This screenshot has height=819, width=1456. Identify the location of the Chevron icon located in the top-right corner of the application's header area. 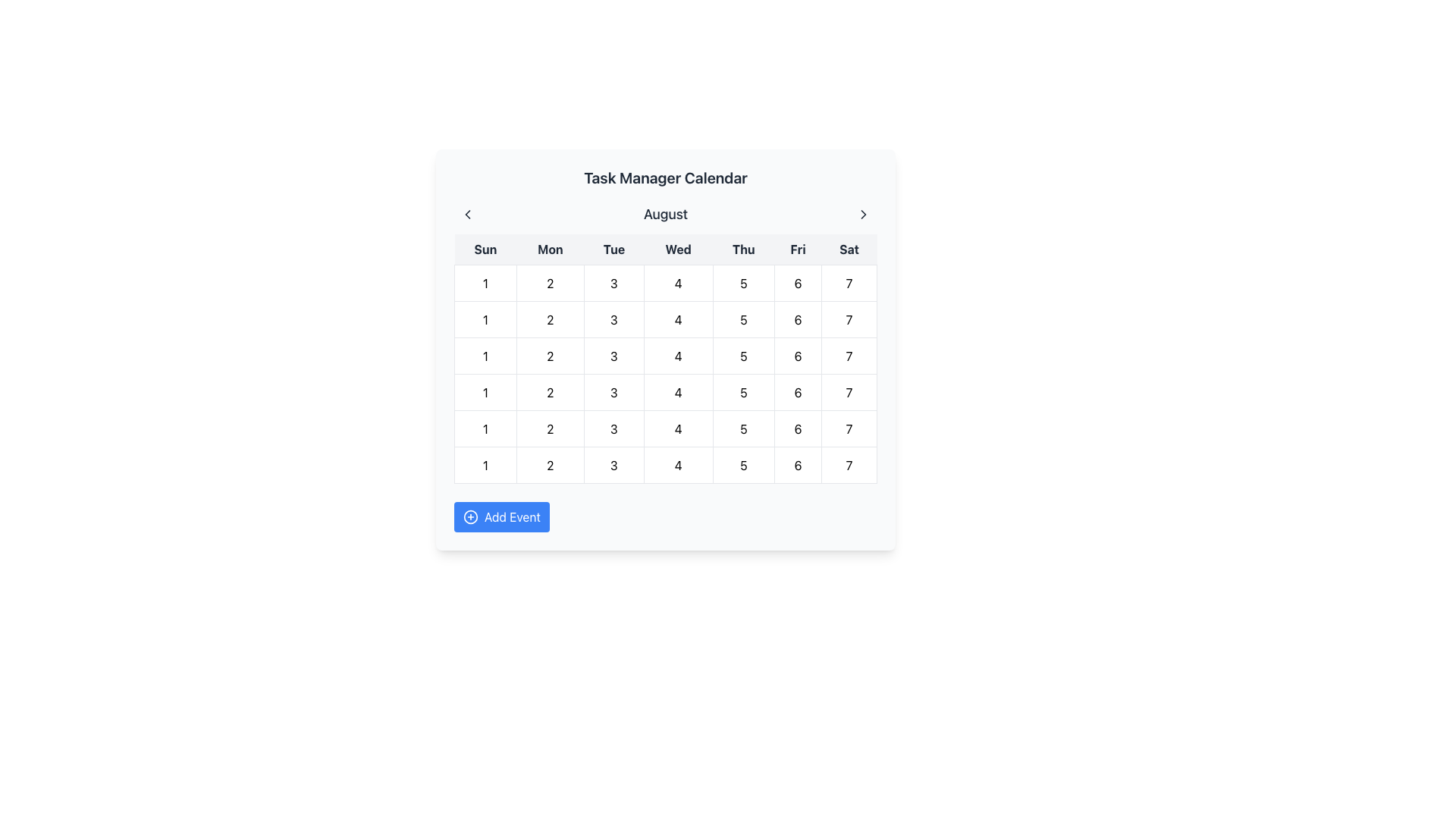
(863, 214).